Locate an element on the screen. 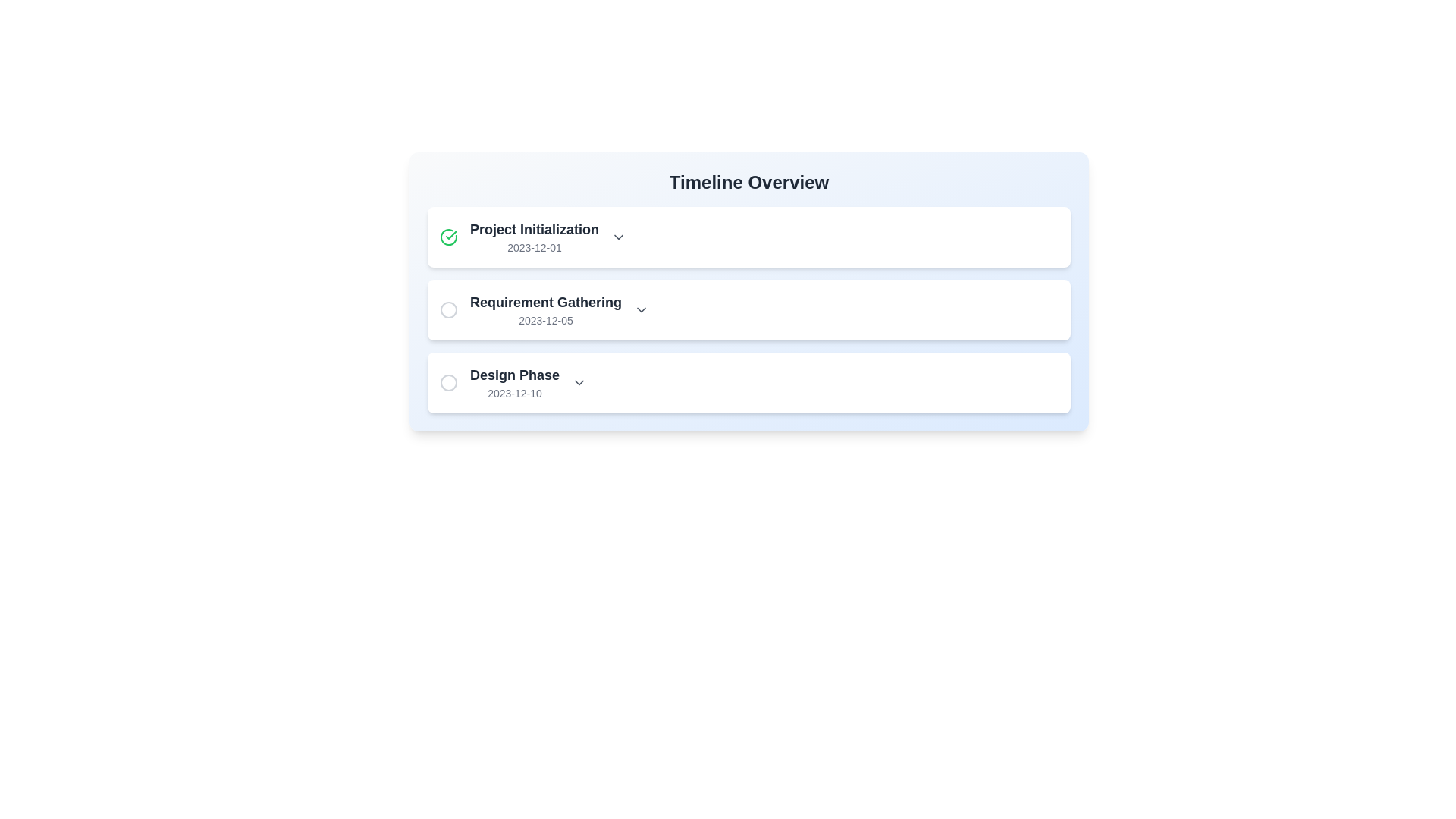 This screenshot has height=819, width=1456. the List Item labeled 'Requirement Gathering' scheduled for '2023-12-05' to select it for further details or actions is located at coordinates (749, 309).